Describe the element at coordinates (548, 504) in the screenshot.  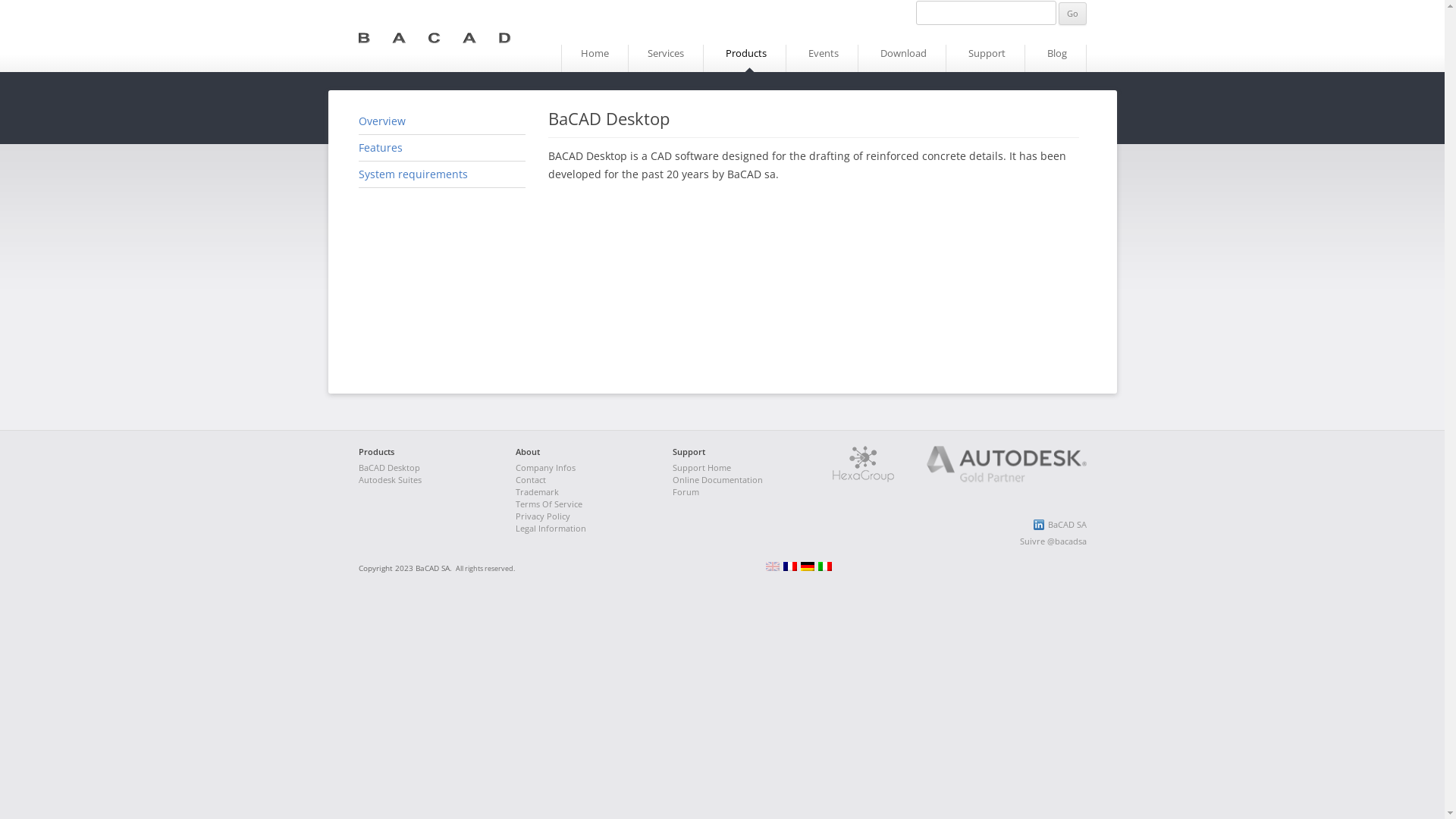
I see `'Terms Of Service'` at that location.